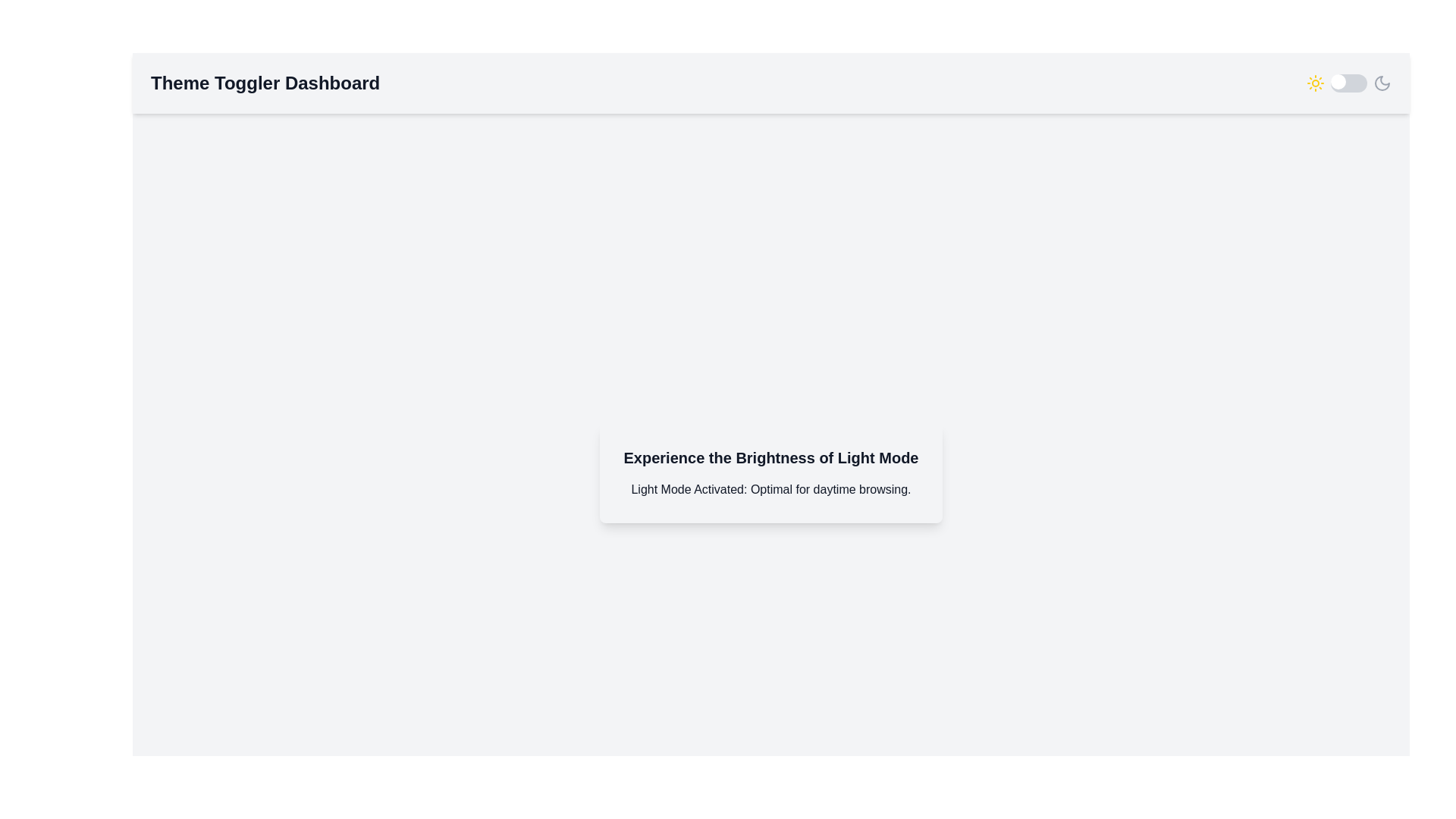 Image resolution: width=1456 pixels, height=819 pixels. What do you see at coordinates (1314, 83) in the screenshot?
I see `light mode theme icon located at the top-right corner of the interface, which is the leftmost icon in a group, preceding a toggle switch and another moon icon` at bounding box center [1314, 83].